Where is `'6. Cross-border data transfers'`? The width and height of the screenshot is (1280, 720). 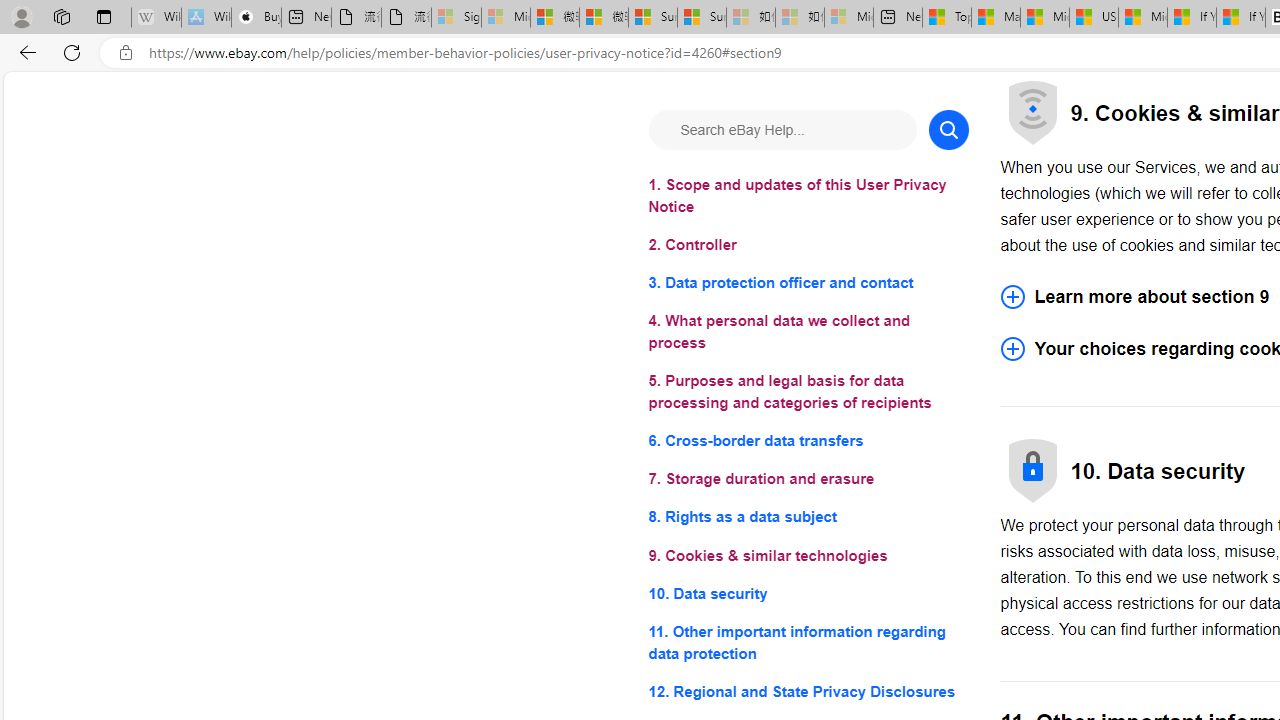
'6. Cross-border data transfers' is located at coordinates (808, 440).